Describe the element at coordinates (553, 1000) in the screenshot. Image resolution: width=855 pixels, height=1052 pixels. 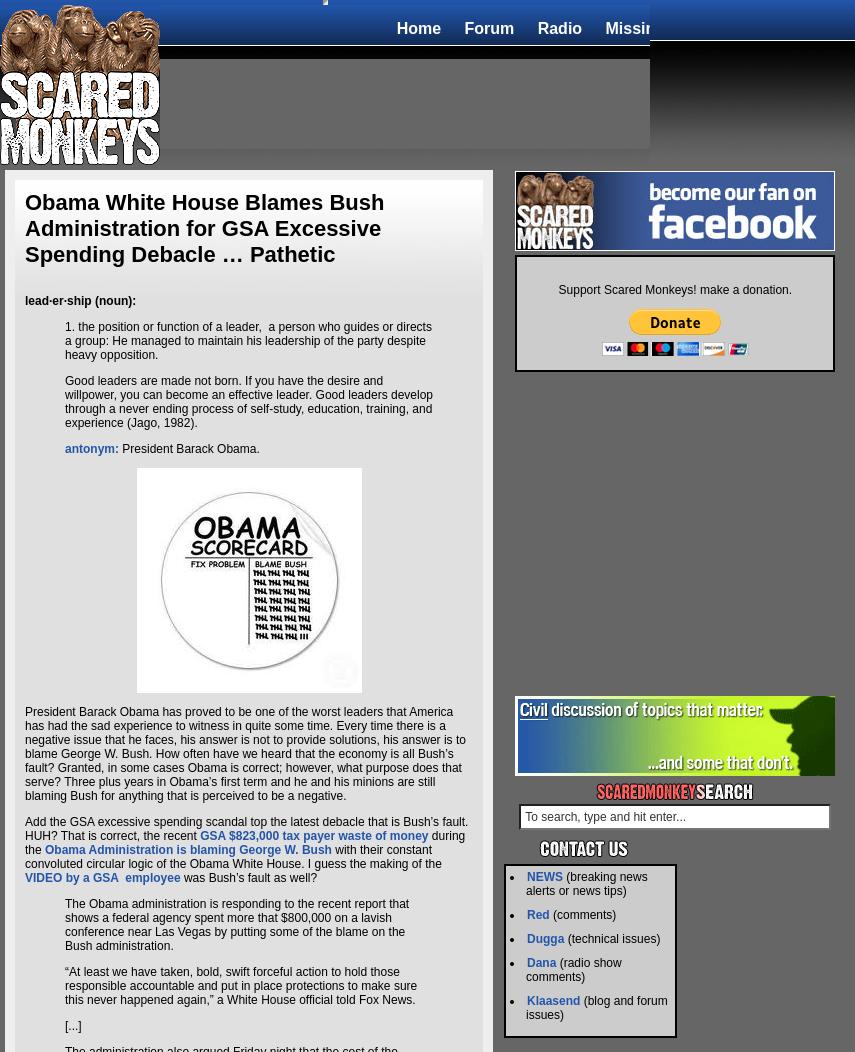
I see `'Klaasend'` at that location.